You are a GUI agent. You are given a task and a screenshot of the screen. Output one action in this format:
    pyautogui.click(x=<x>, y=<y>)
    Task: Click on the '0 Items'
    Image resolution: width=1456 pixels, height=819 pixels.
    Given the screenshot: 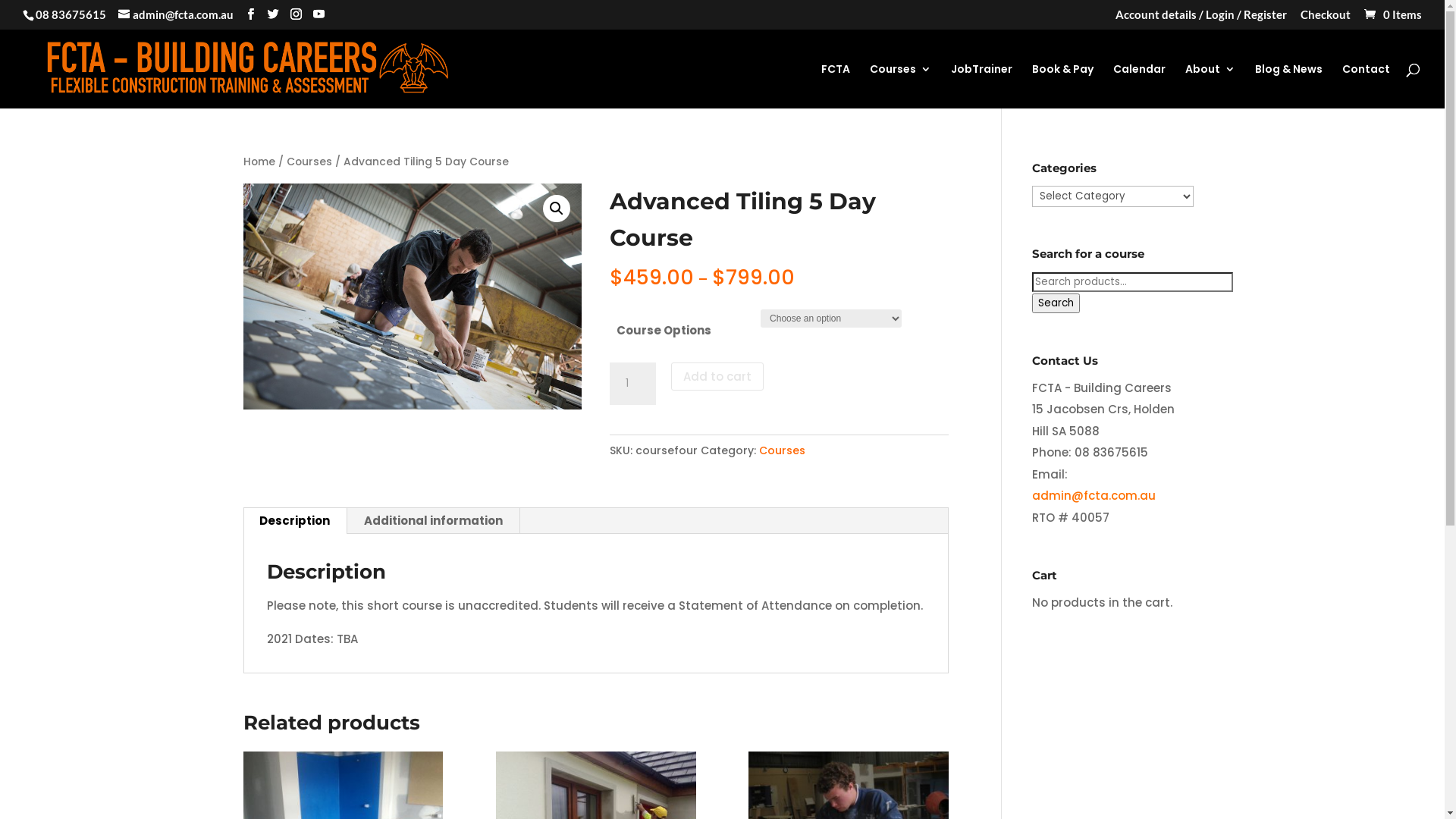 What is the action you would take?
    pyautogui.click(x=1392, y=14)
    